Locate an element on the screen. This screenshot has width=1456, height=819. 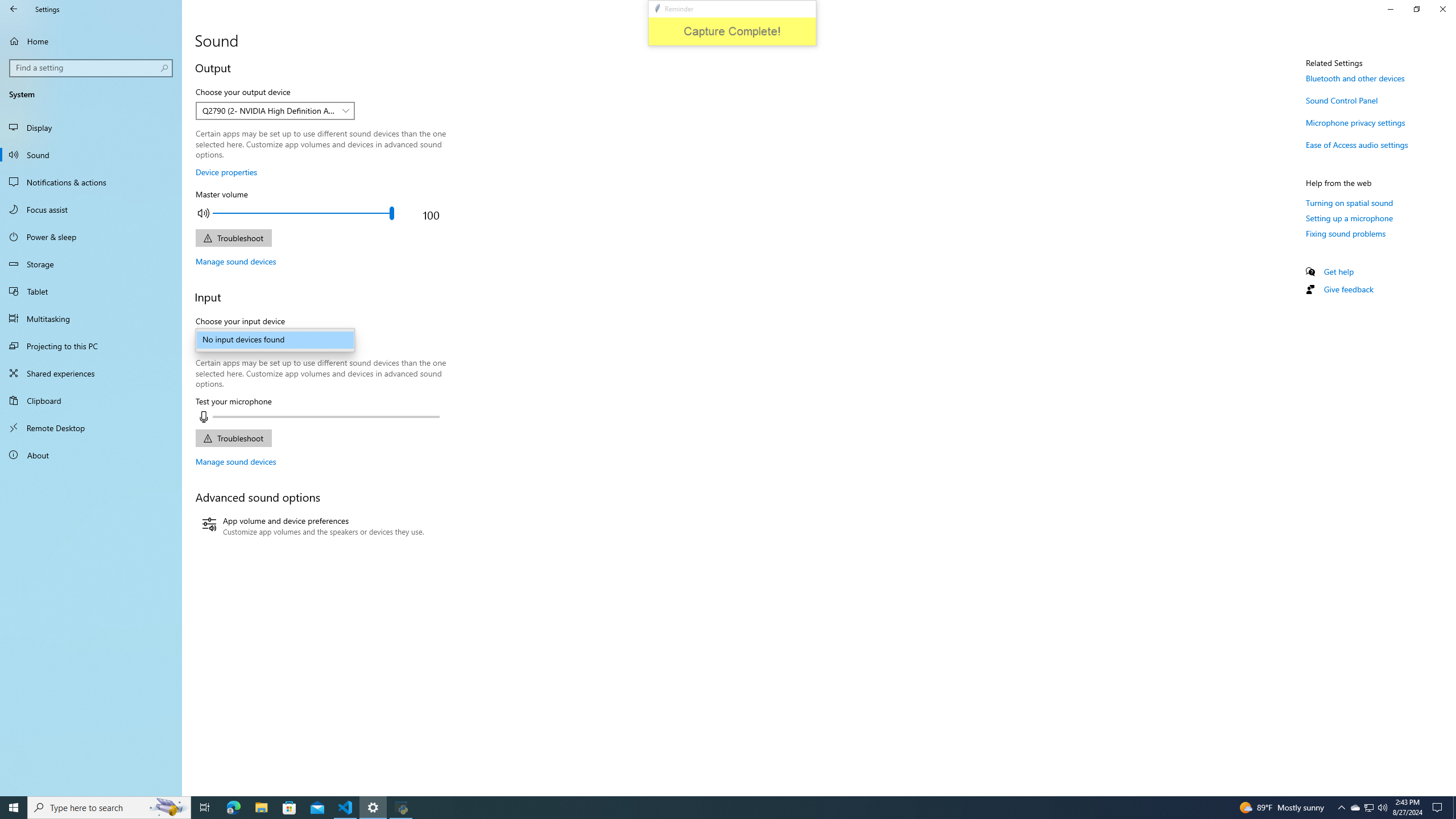
'Fixing sound problems' is located at coordinates (1345, 233).